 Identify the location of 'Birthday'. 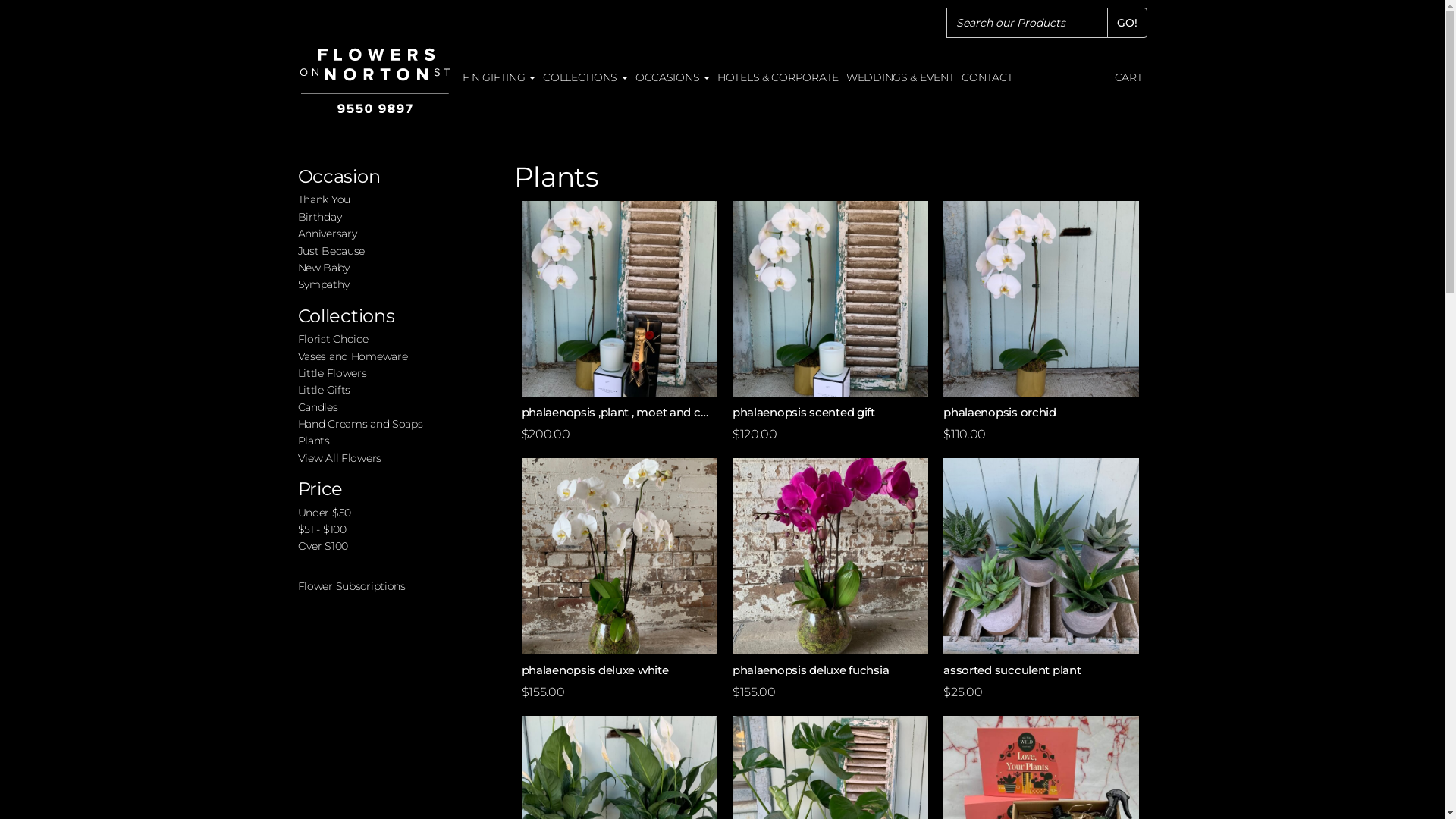
(297, 216).